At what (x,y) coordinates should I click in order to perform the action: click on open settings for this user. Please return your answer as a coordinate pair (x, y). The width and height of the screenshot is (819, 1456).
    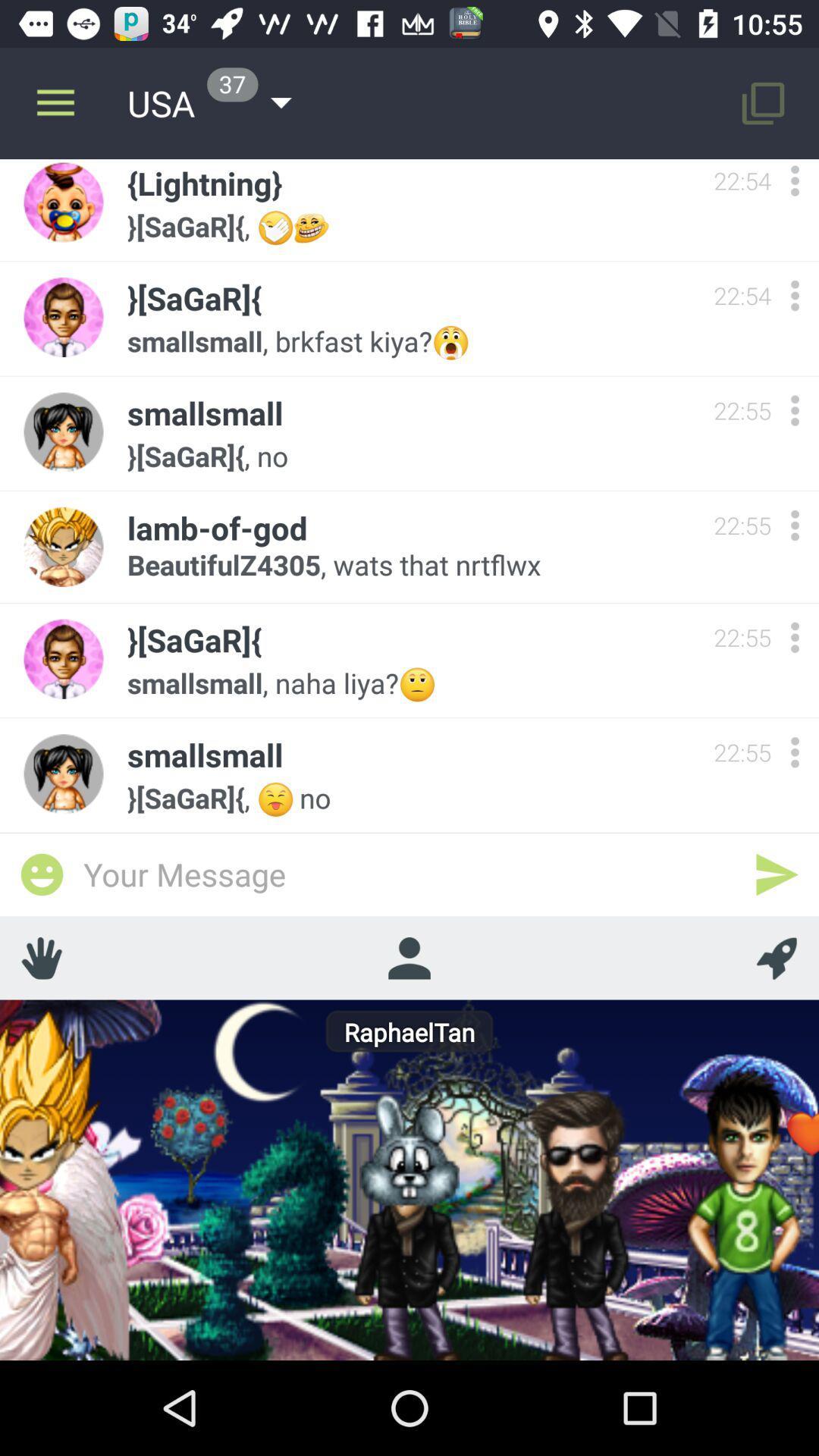
    Looking at the image, I should click on (794, 295).